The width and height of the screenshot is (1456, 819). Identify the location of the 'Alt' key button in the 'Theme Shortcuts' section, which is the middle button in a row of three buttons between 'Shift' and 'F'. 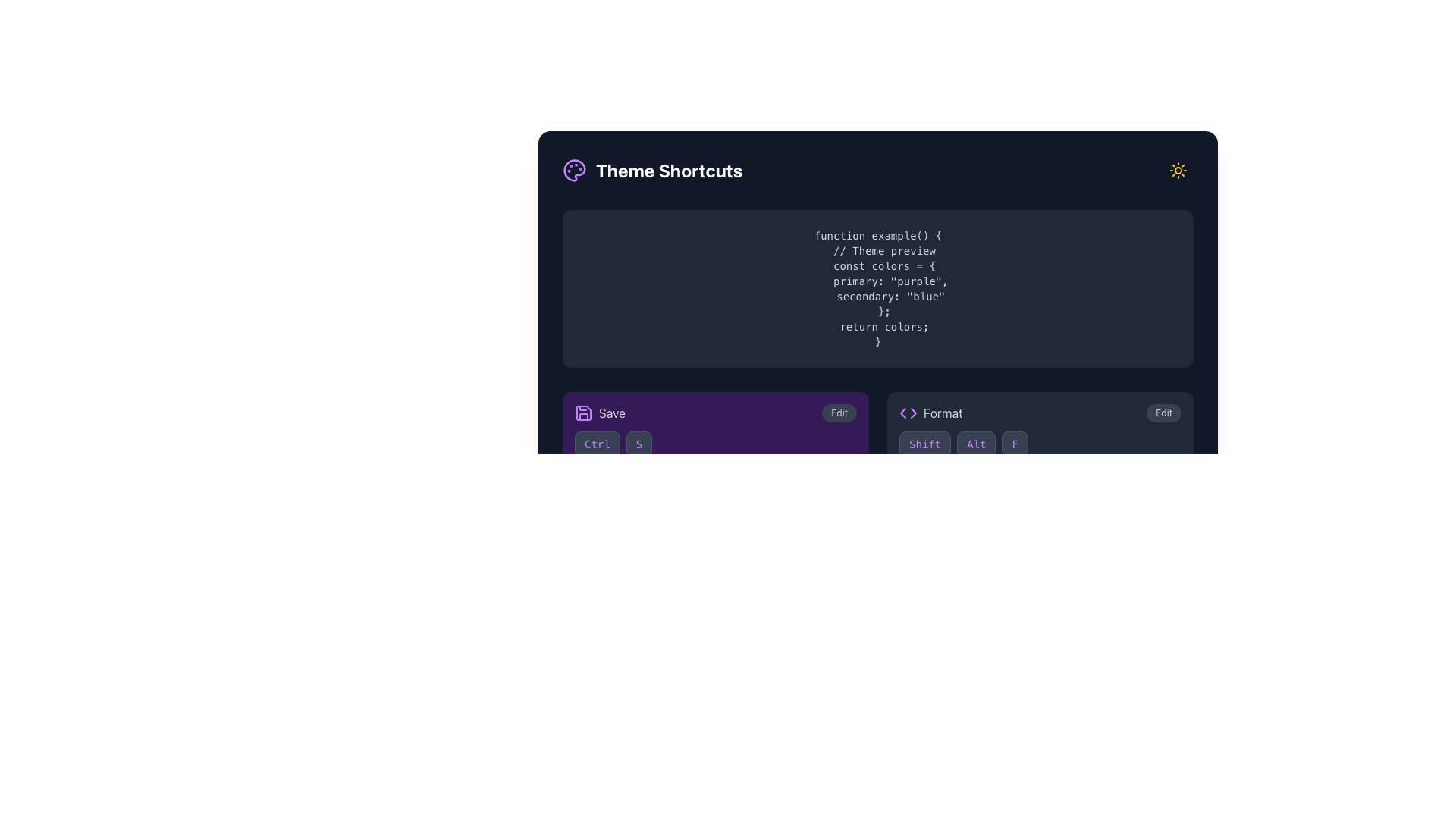
(976, 444).